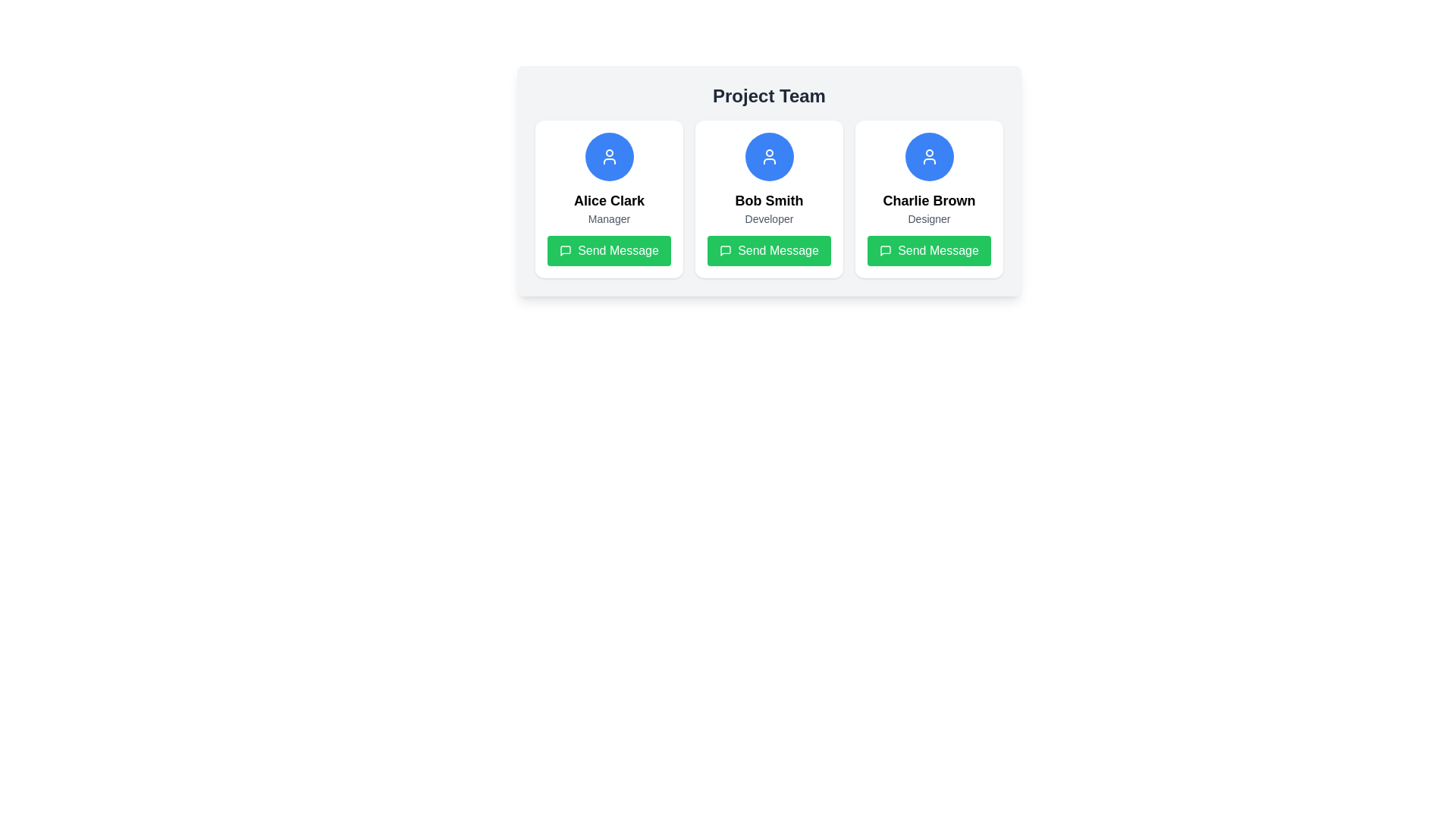  I want to click on the user profile icon representing 'Alice Clark' located within the blue circular background on the leftmost card under the 'Project Team' header, positioned above the text 'Alice Clark Manager', so click(609, 157).